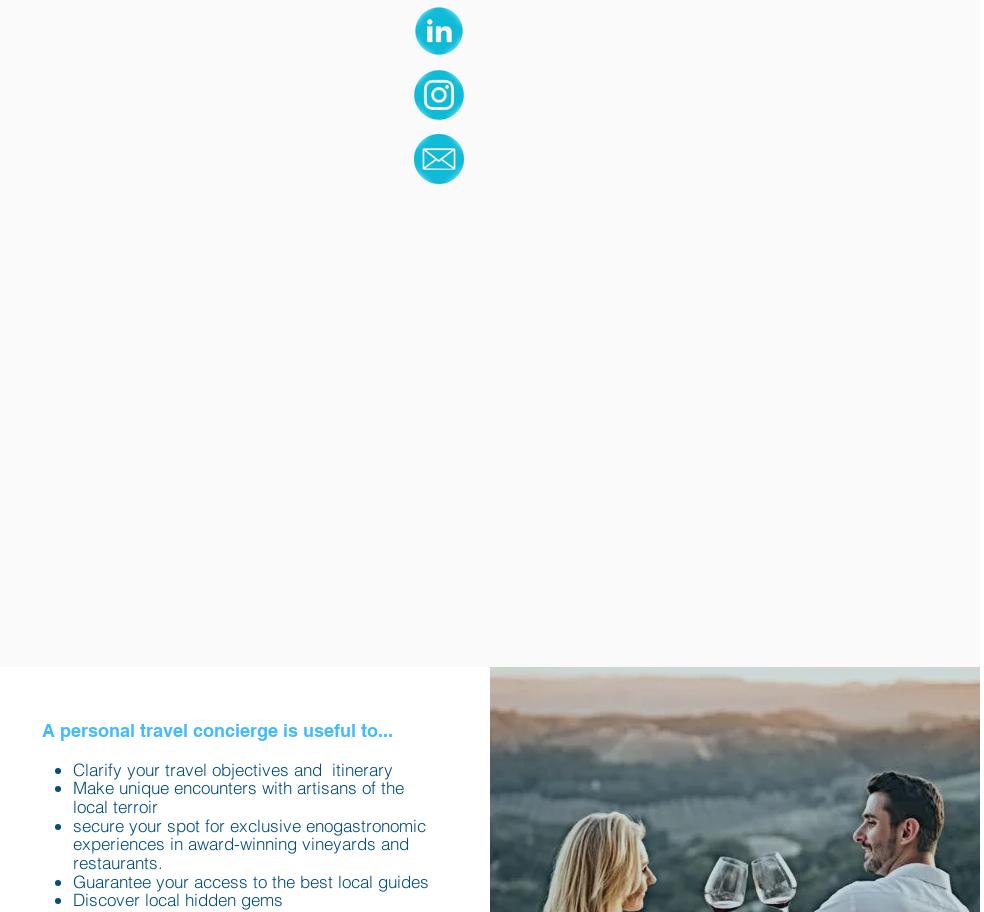 The width and height of the screenshot is (984, 912). I want to click on 'Guarantee your', so click(129, 879).